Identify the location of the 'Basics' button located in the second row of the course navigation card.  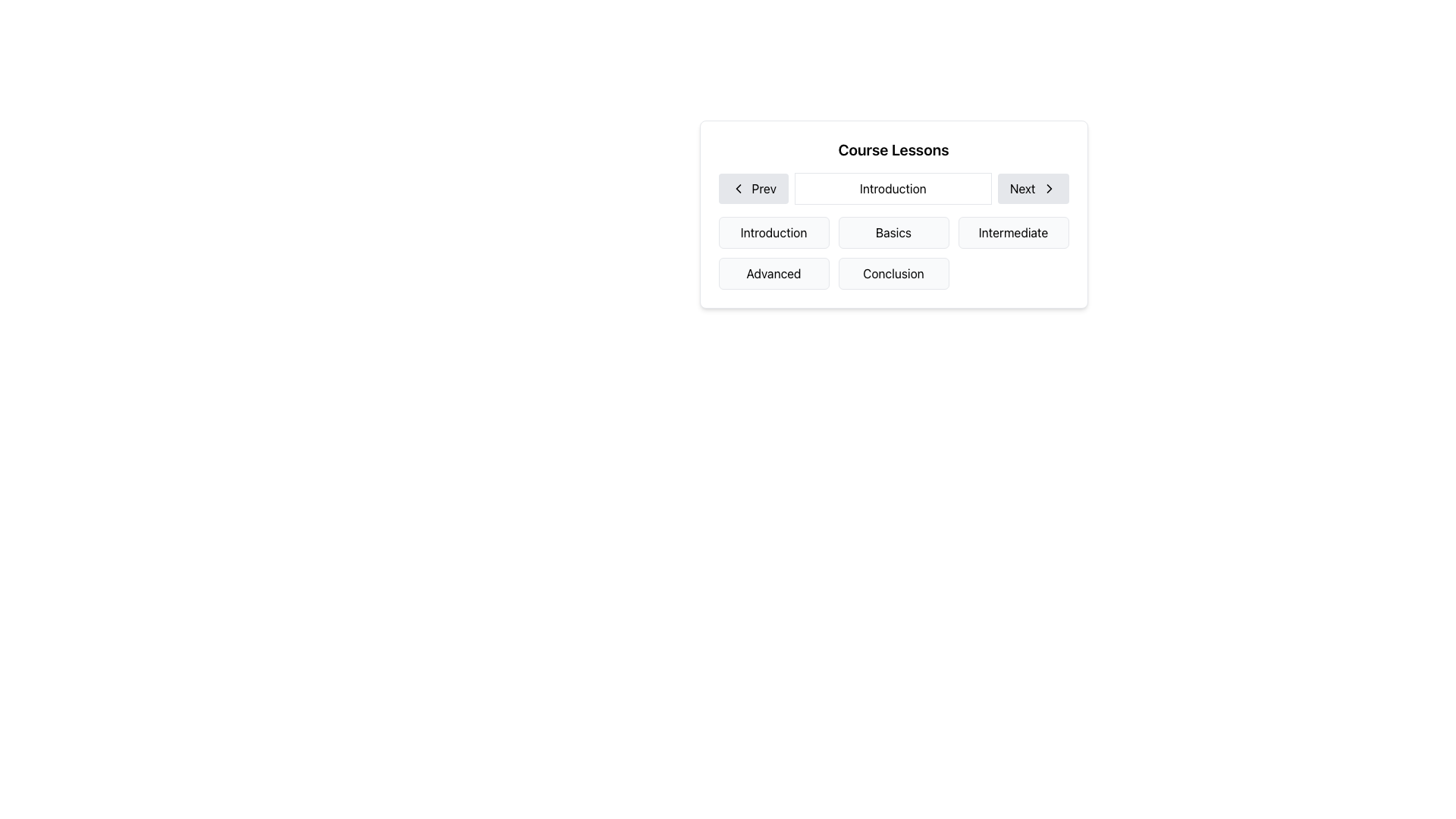
(893, 214).